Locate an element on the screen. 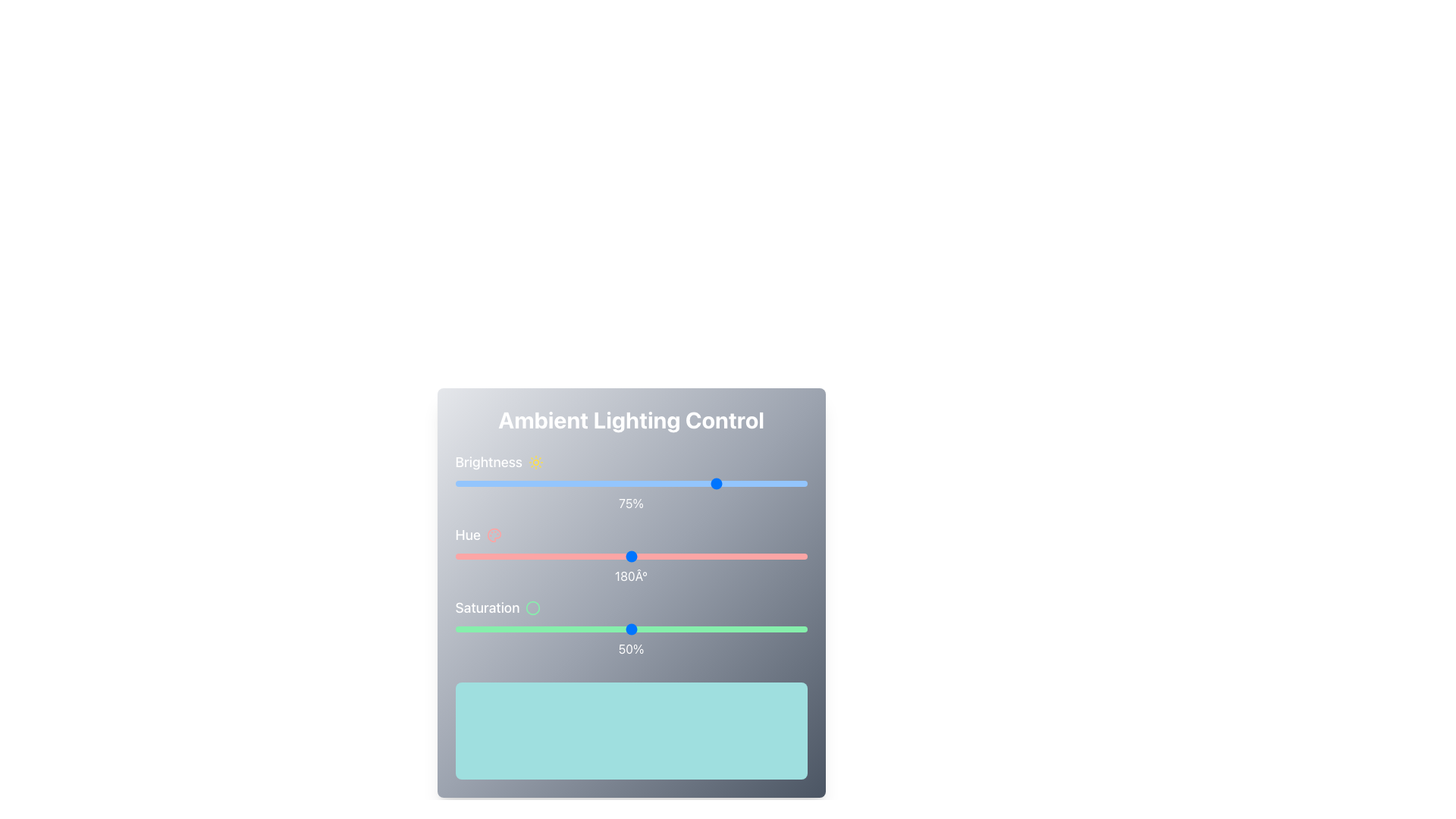 This screenshot has width=1456, height=819. brightness is located at coordinates (543, 483).